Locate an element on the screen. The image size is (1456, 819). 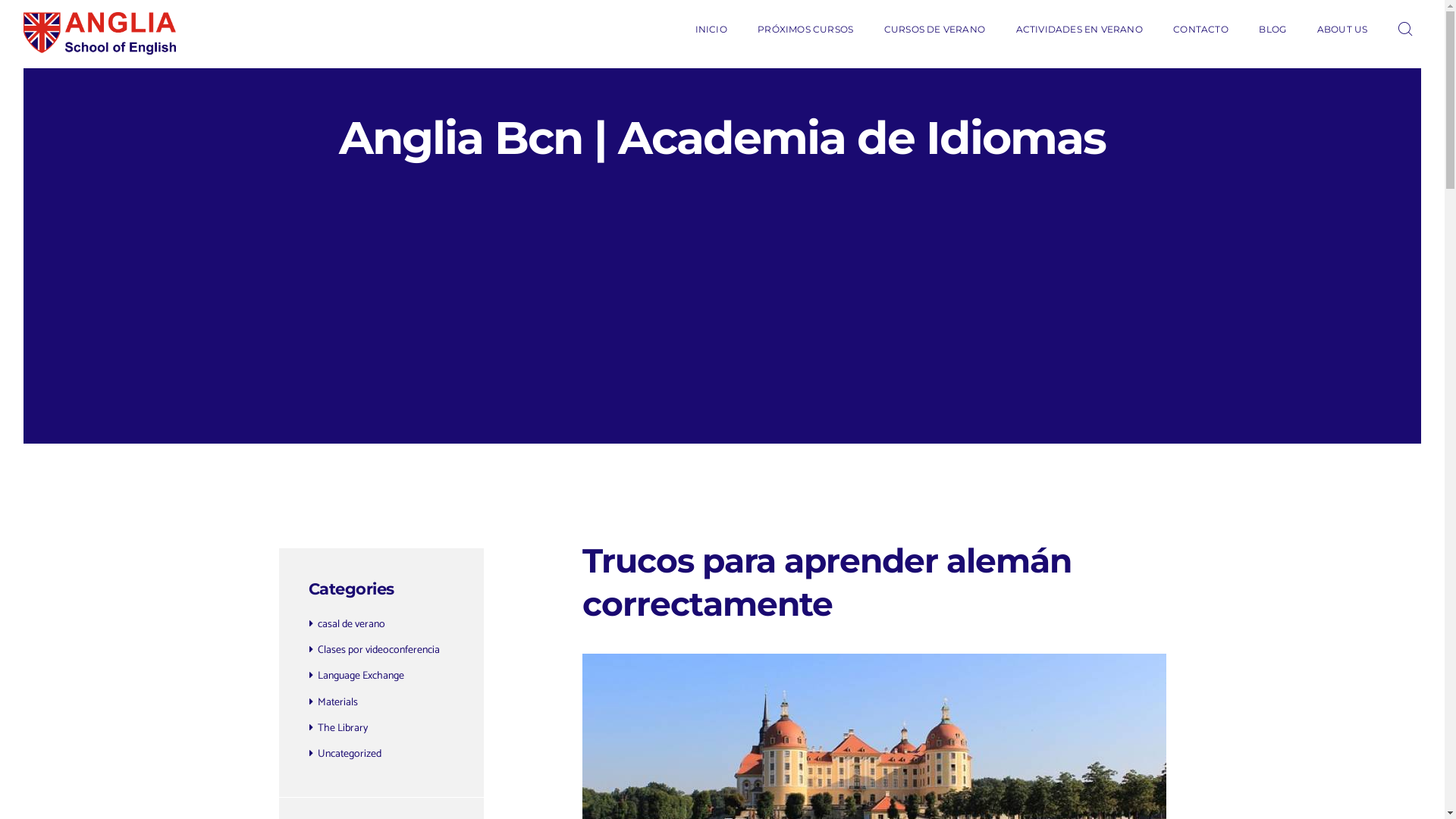
'Language Exchange' is located at coordinates (359, 675).